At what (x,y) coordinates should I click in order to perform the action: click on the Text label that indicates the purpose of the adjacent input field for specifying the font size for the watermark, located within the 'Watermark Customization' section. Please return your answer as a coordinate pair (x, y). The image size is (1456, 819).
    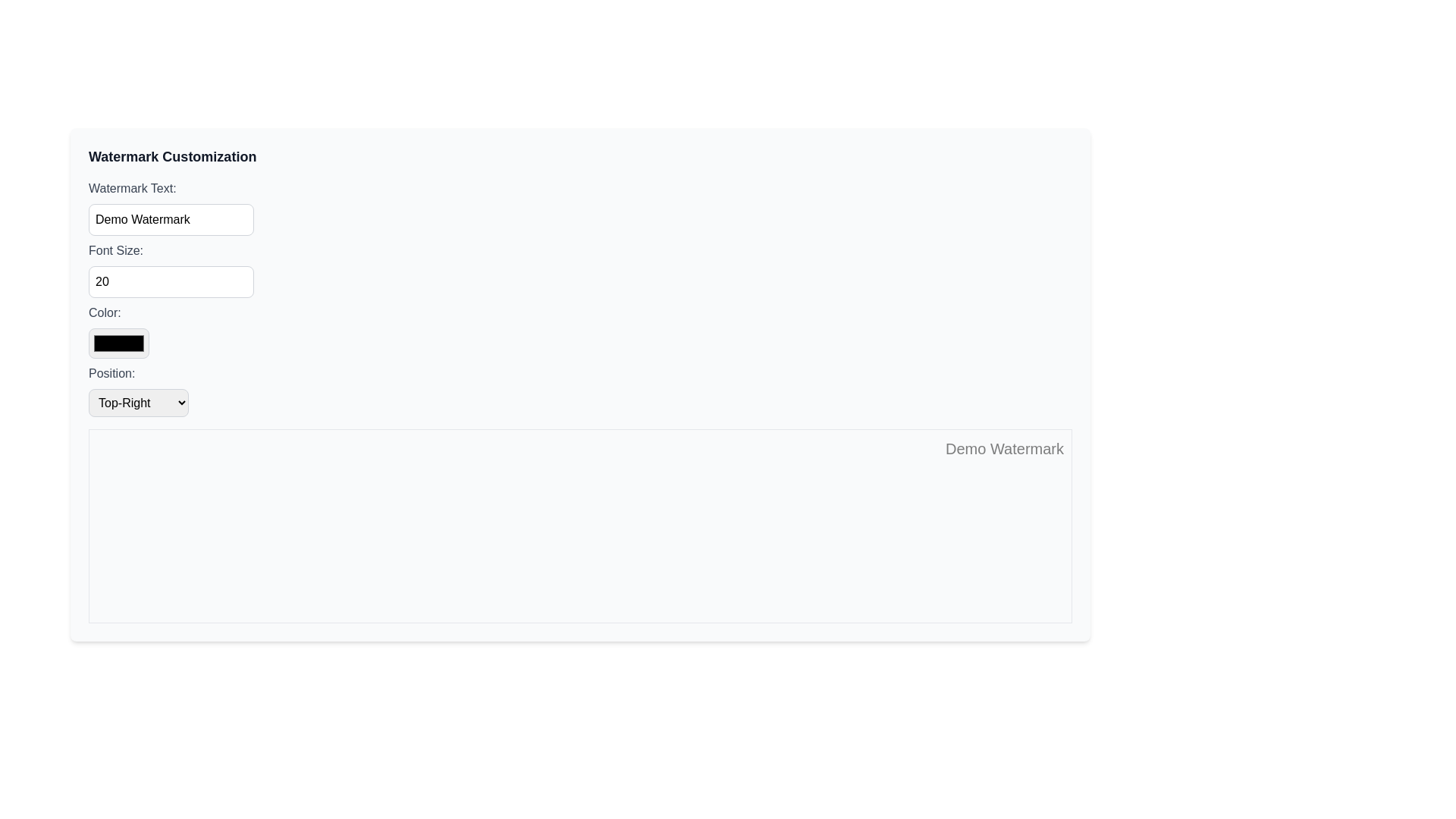
    Looking at the image, I should click on (115, 250).